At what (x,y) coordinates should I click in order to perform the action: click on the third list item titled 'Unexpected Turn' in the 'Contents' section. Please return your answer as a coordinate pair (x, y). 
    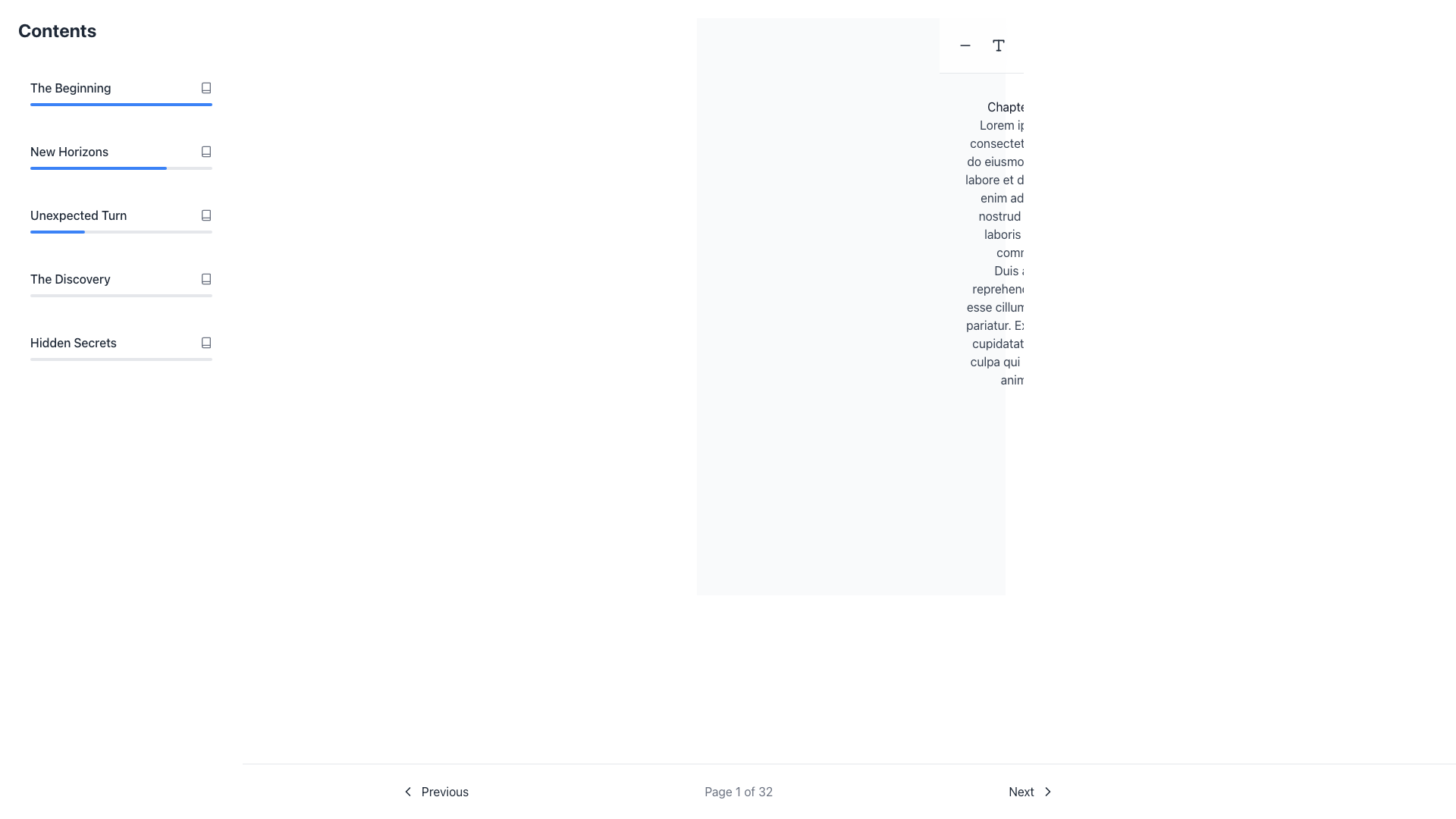
    Looking at the image, I should click on (120, 219).